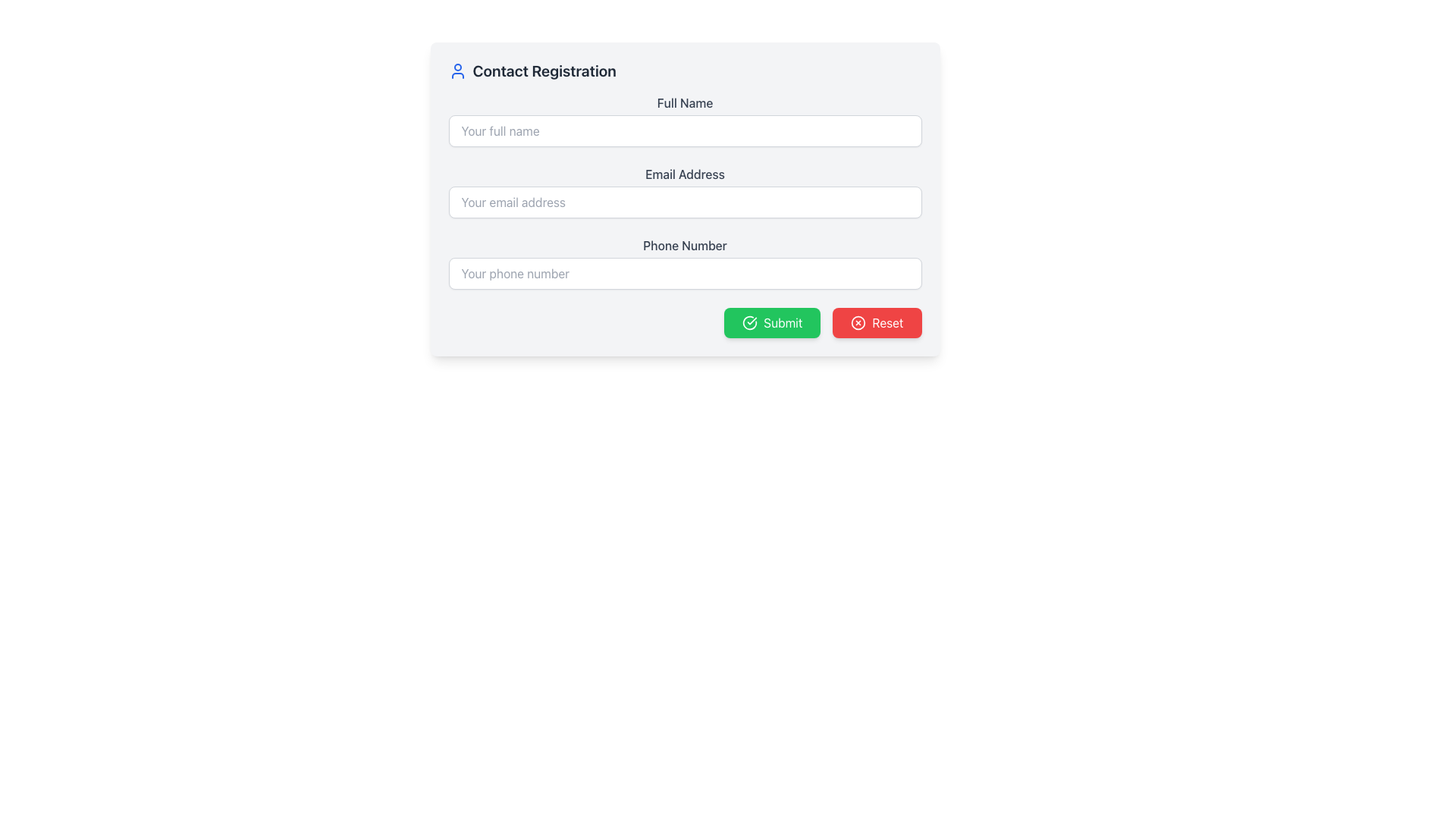 The width and height of the screenshot is (1456, 819). Describe the element at coordinates (888, 322) in the screenshot. I see `the reset button located at the bottom-right corner of the form, which is the second button in a horizontal row following the green 'Submit' button` at that location.